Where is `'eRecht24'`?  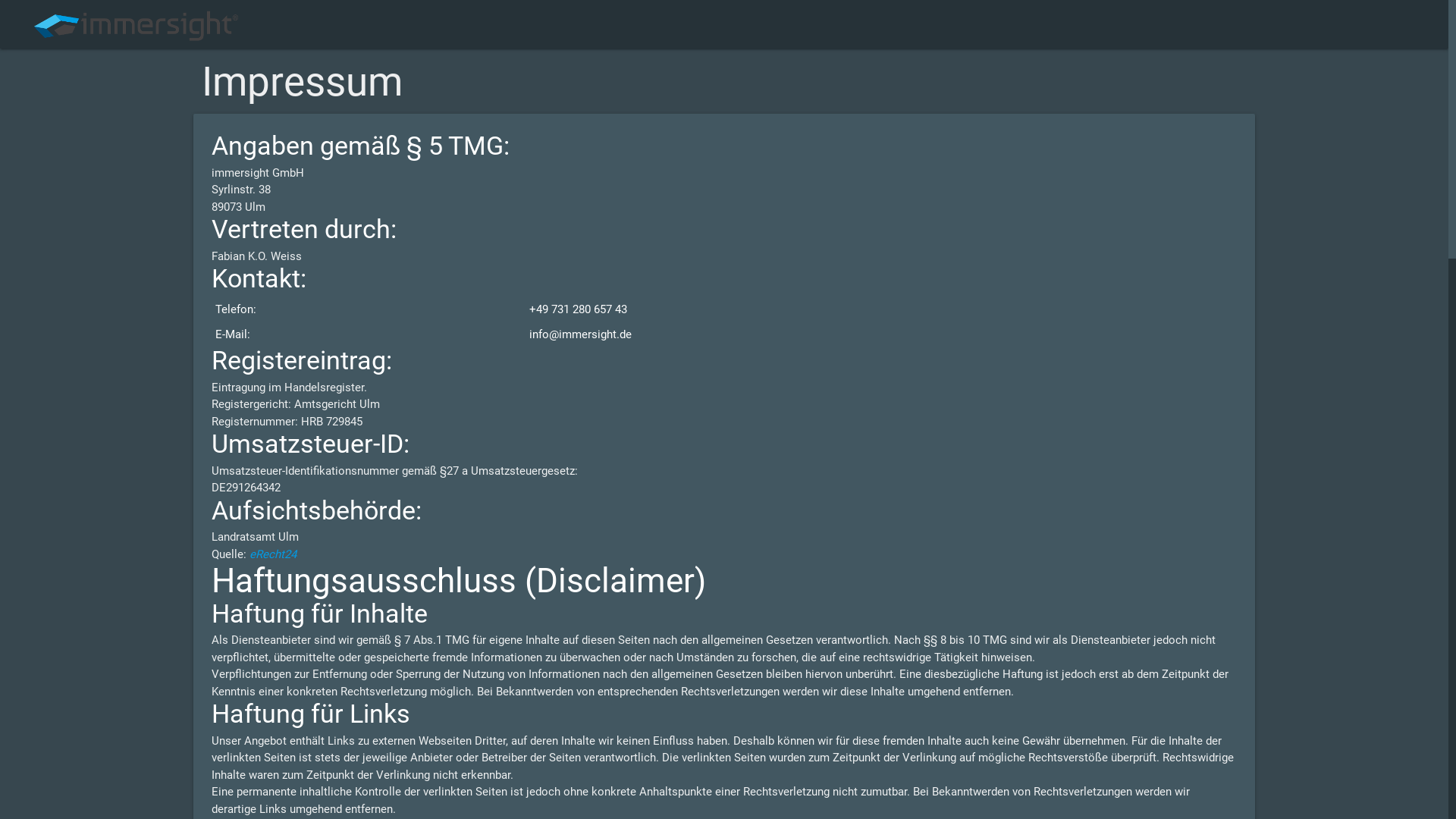 'eRecht24' is located at coordinates (273, 554).